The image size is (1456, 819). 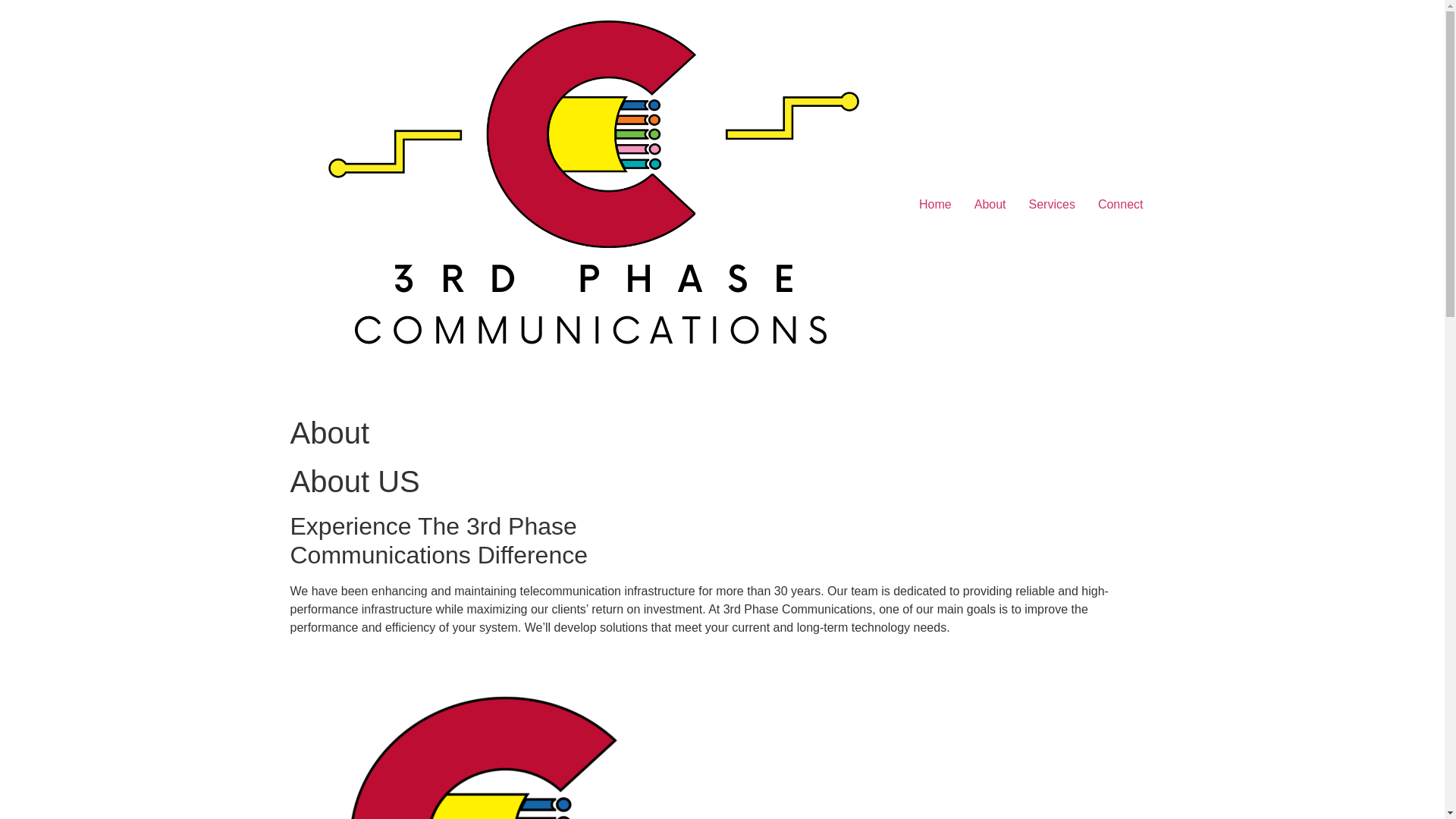 What do you see at coordinates (962, 205) in the screenshot?
I see `'About'` at bounding box center [962, 205].